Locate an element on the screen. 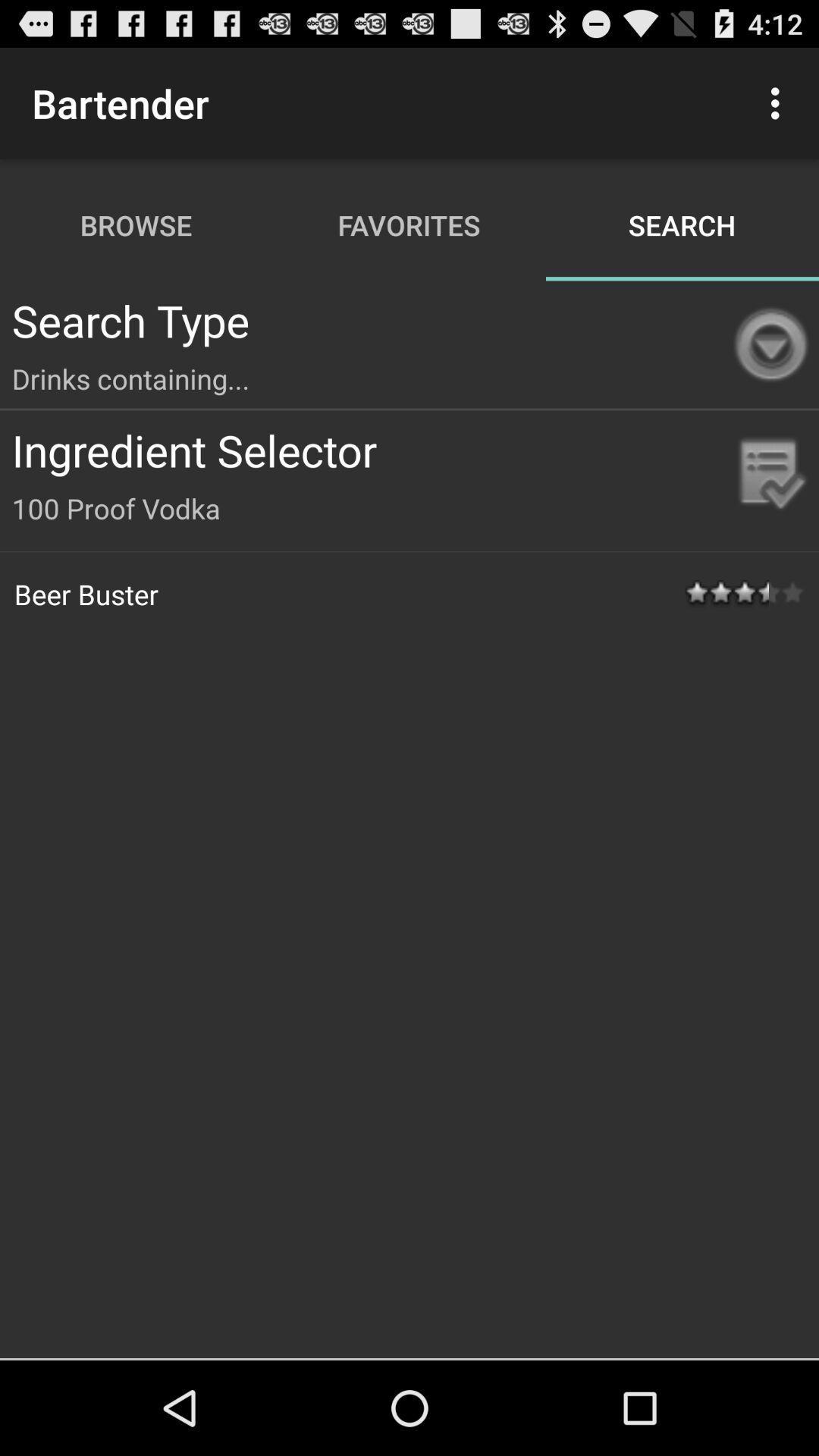 The width and height of the screenshot is (819, 1456). the icon beside the ingredient selector is located at coordinates (771, 473).